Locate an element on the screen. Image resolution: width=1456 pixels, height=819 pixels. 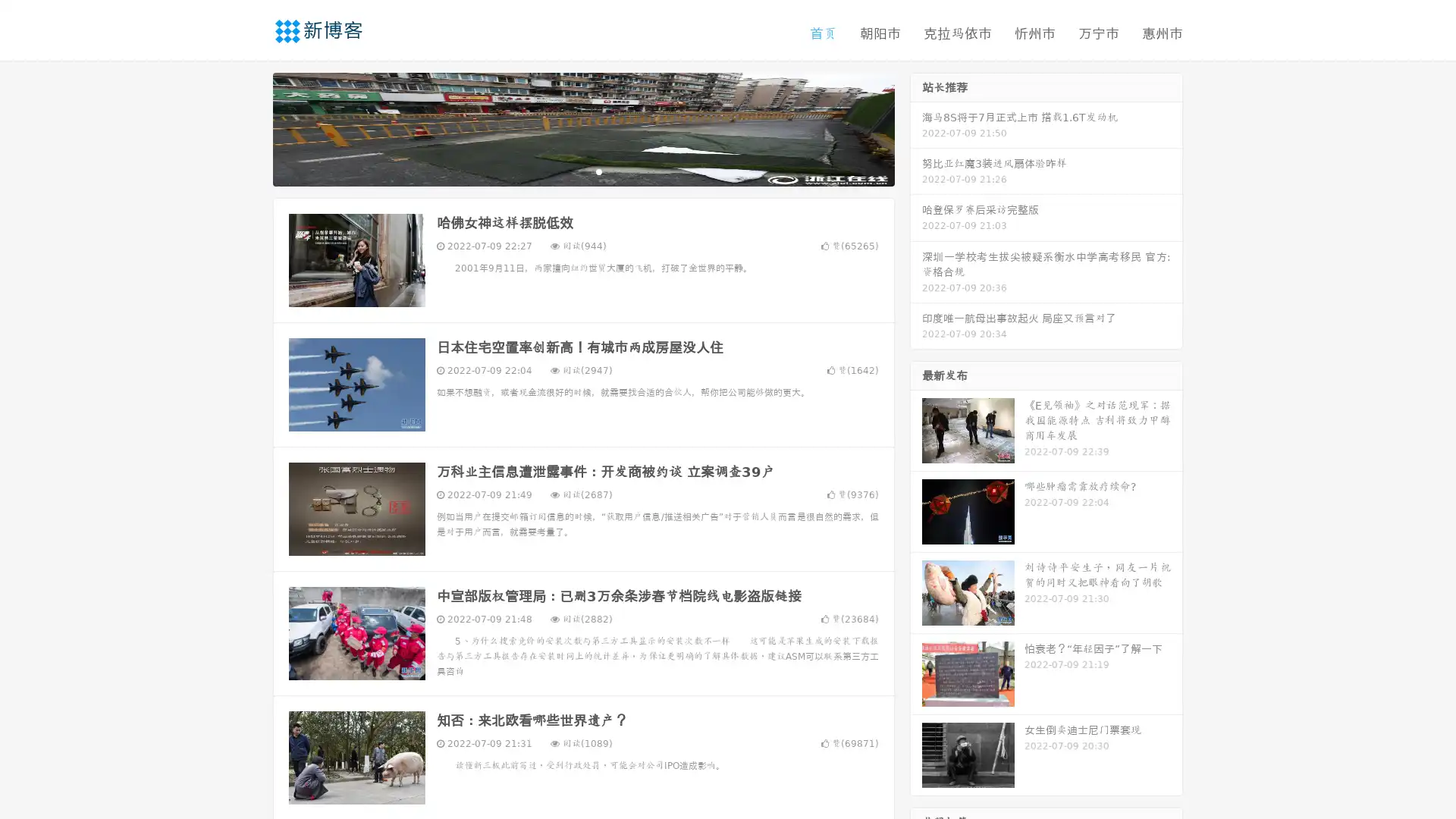
Go to slide 2 is located at coordinates (582, 171).